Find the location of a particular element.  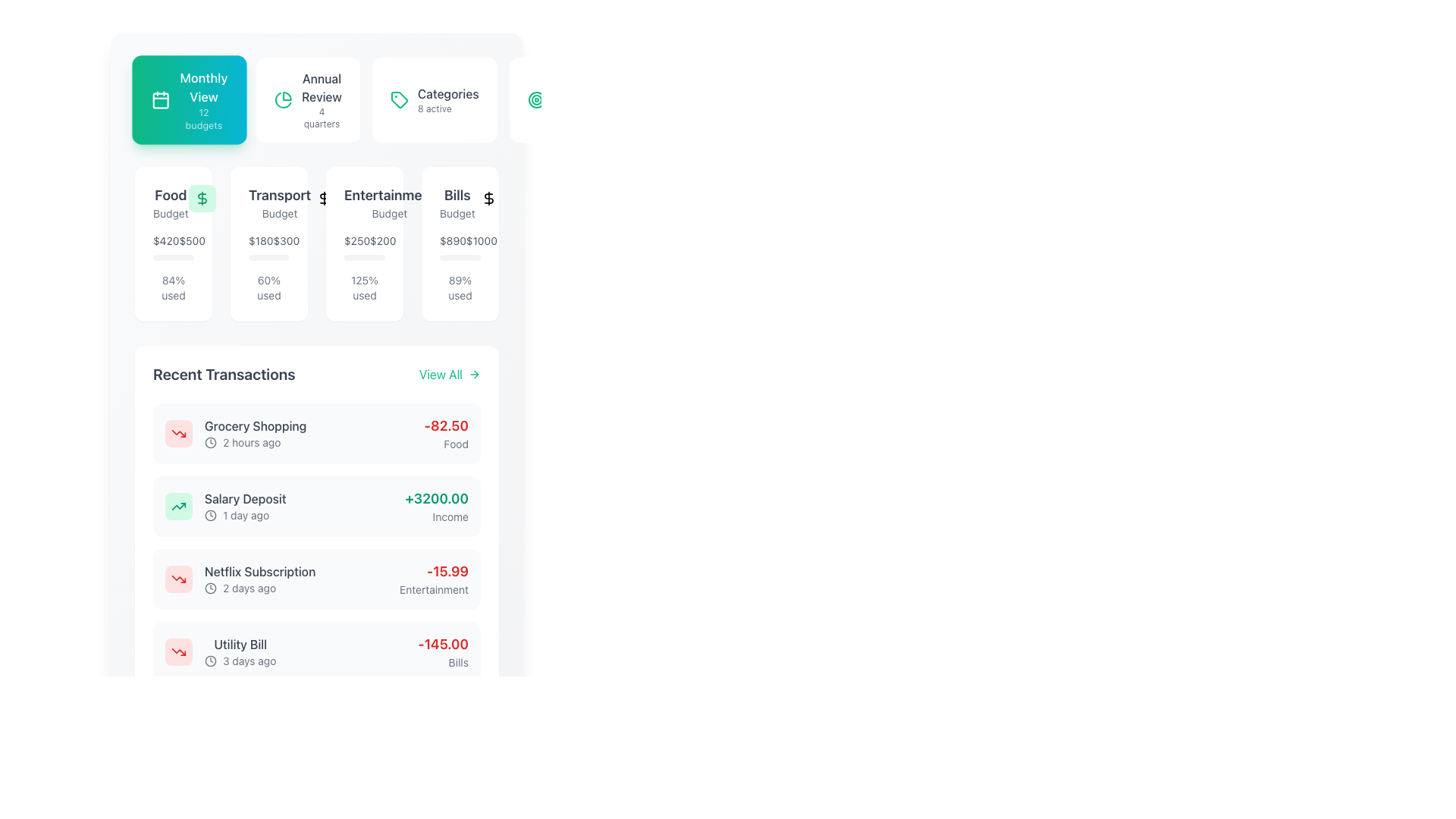

the text label reading '12 budgets' that is located beneath the 'Monthly View' label in the top-left corner of the interface is located at coordinates (202, 118).